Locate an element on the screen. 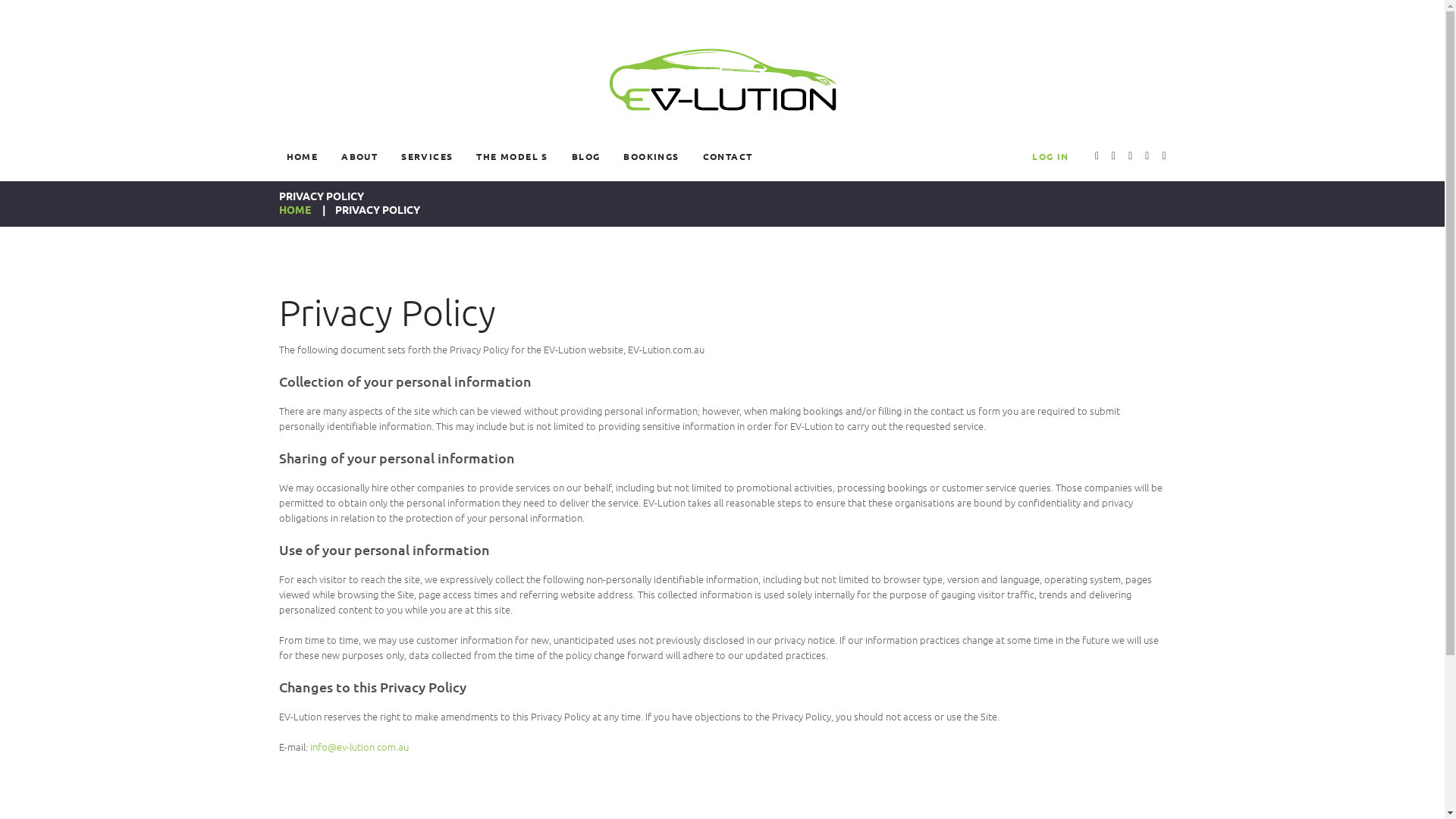  'instagram' is located at coordinates (1147, 157).